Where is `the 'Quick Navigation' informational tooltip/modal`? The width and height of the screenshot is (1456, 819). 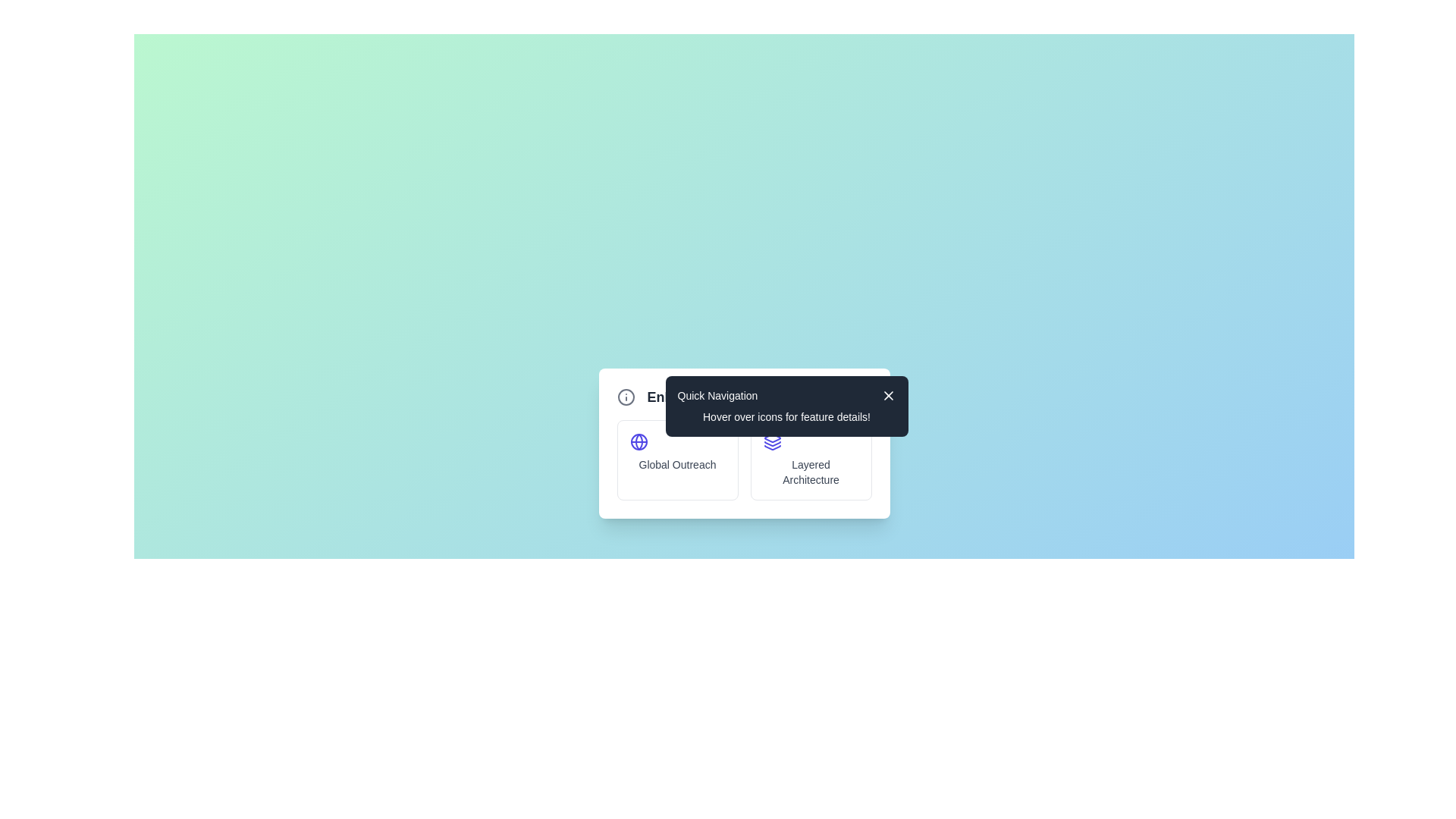
the 'Quick Navigation' informational tooltip/modal is located at coordinates (768, 397).